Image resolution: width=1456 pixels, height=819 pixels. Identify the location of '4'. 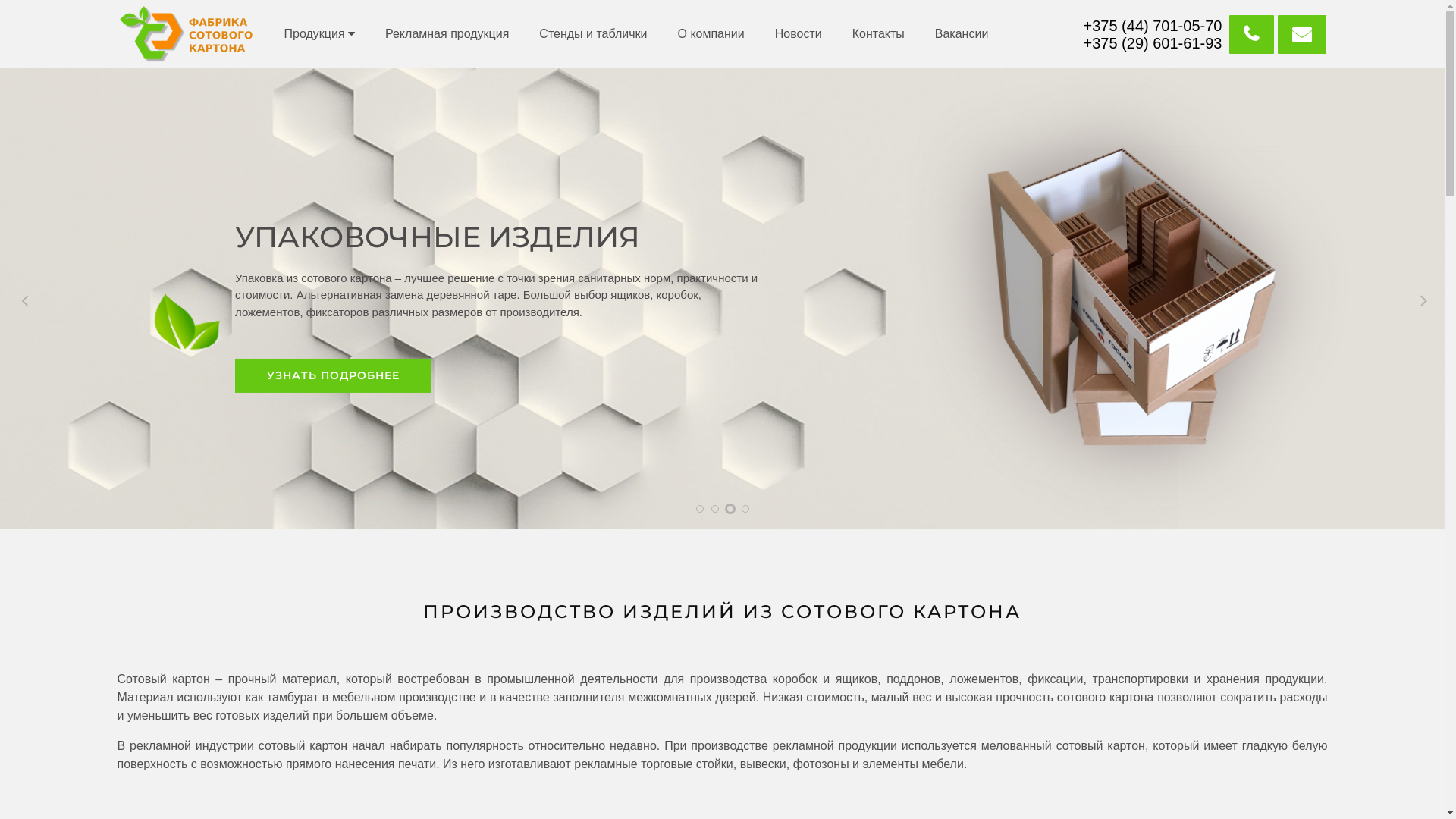
(745, 509).